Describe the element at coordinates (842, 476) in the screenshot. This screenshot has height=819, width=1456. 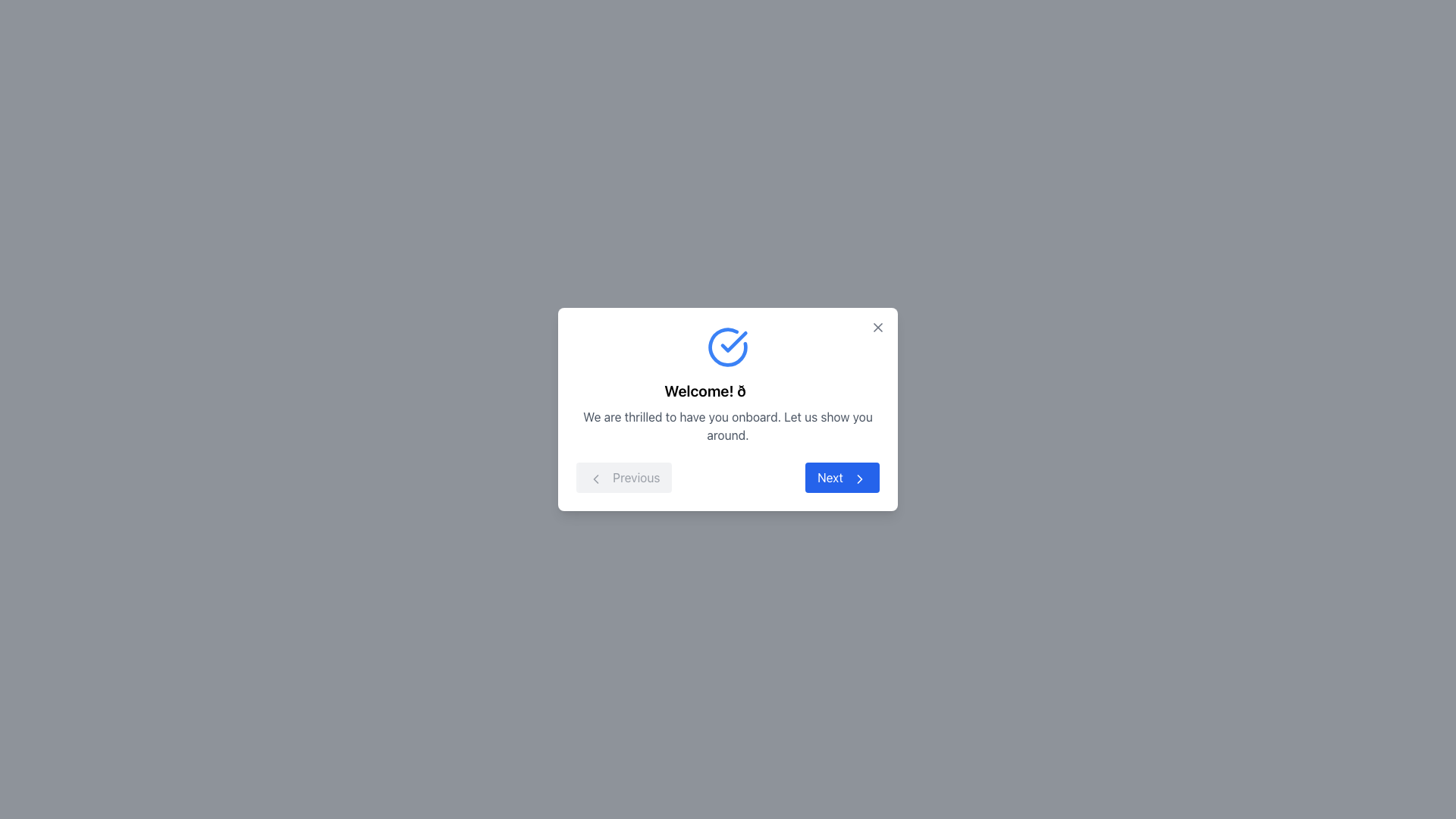
I see `the second button from the right in the horizontal arrangement at the bottom of a centered modal dialog box` at that location.